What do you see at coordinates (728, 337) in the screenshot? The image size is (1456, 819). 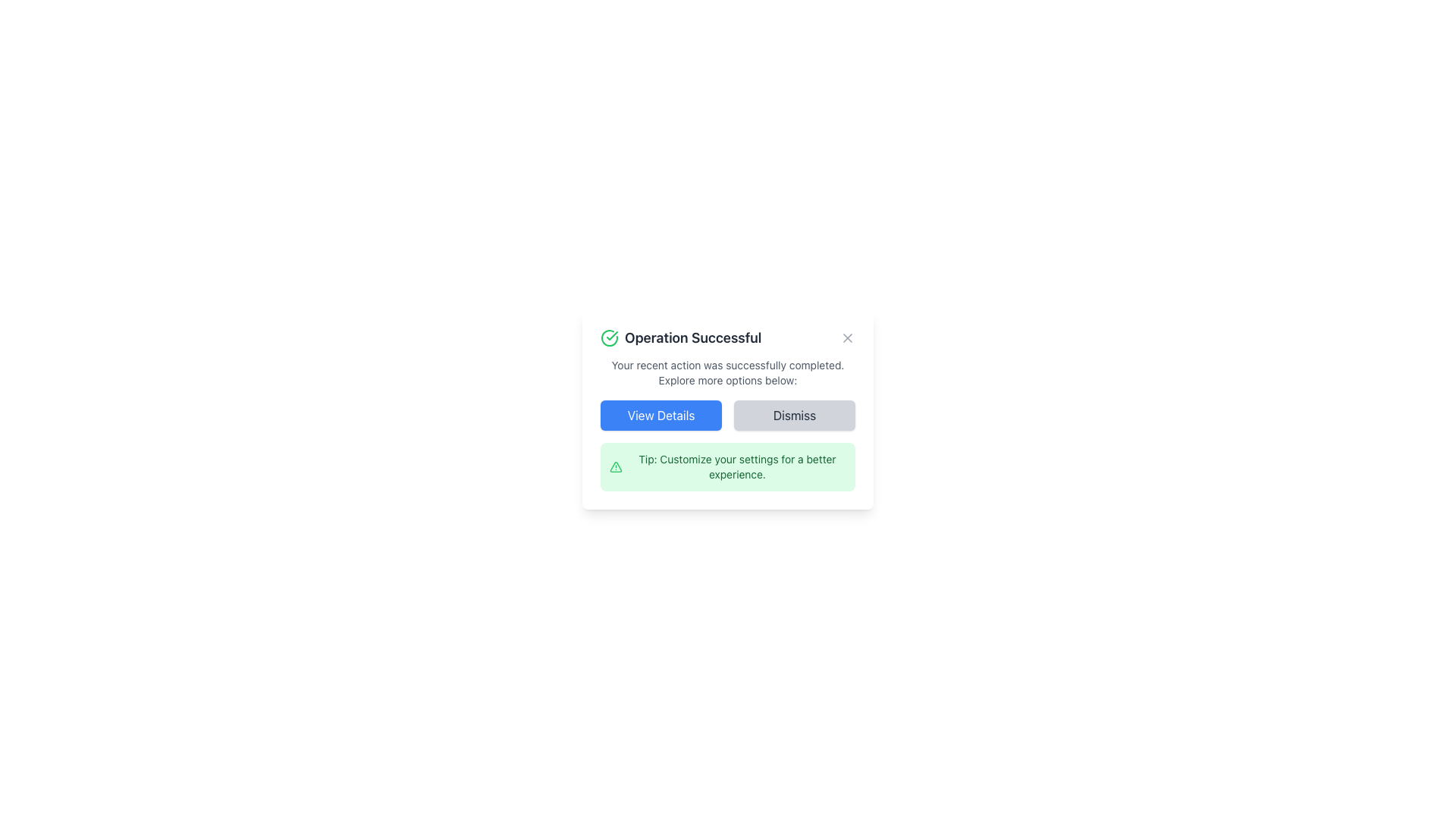 I see `success message from the Notification Header that contains the text 'Operation Successful'` at bounding box center [728, 337].